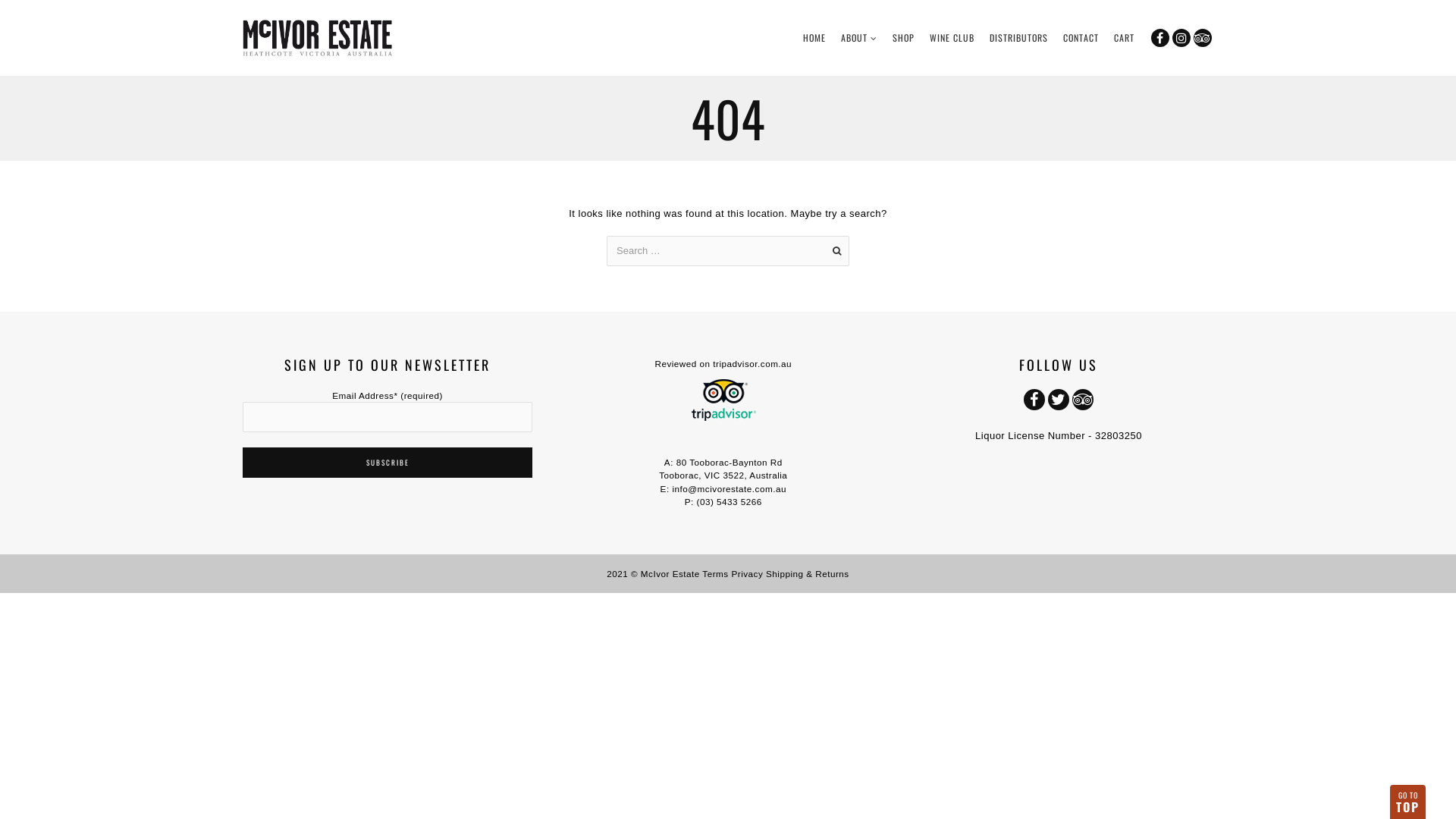 Image resolution: width=1456 pixels, height=819 pixels. I want to click on 'Privacy', so click(746, 573).